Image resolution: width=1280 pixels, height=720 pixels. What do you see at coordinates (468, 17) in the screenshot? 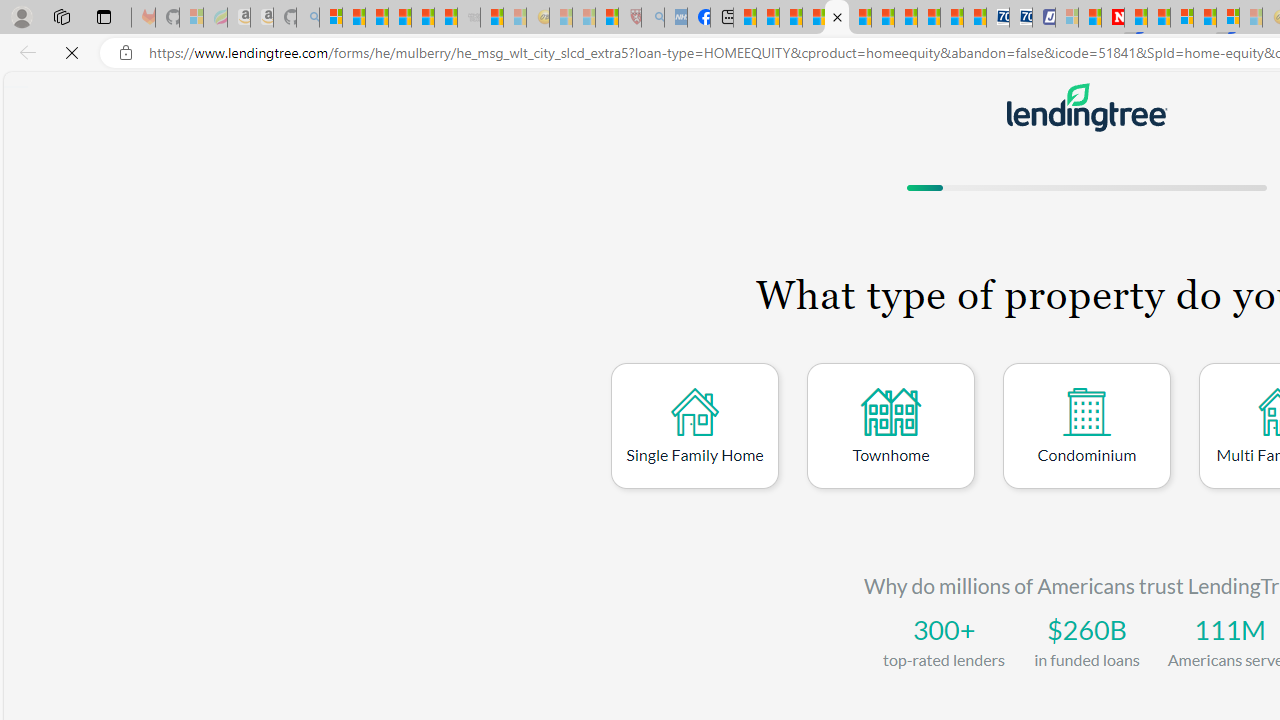
I see `'Combat Siege - Sleeping'` at bounding box center [468, 17].